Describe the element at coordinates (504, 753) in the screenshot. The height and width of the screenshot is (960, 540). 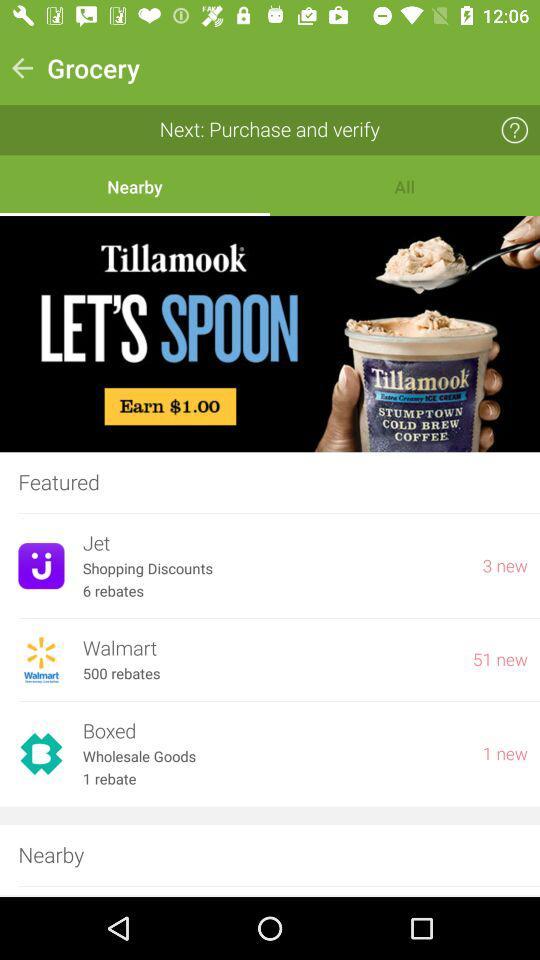
I see `1 new icon` at that location.